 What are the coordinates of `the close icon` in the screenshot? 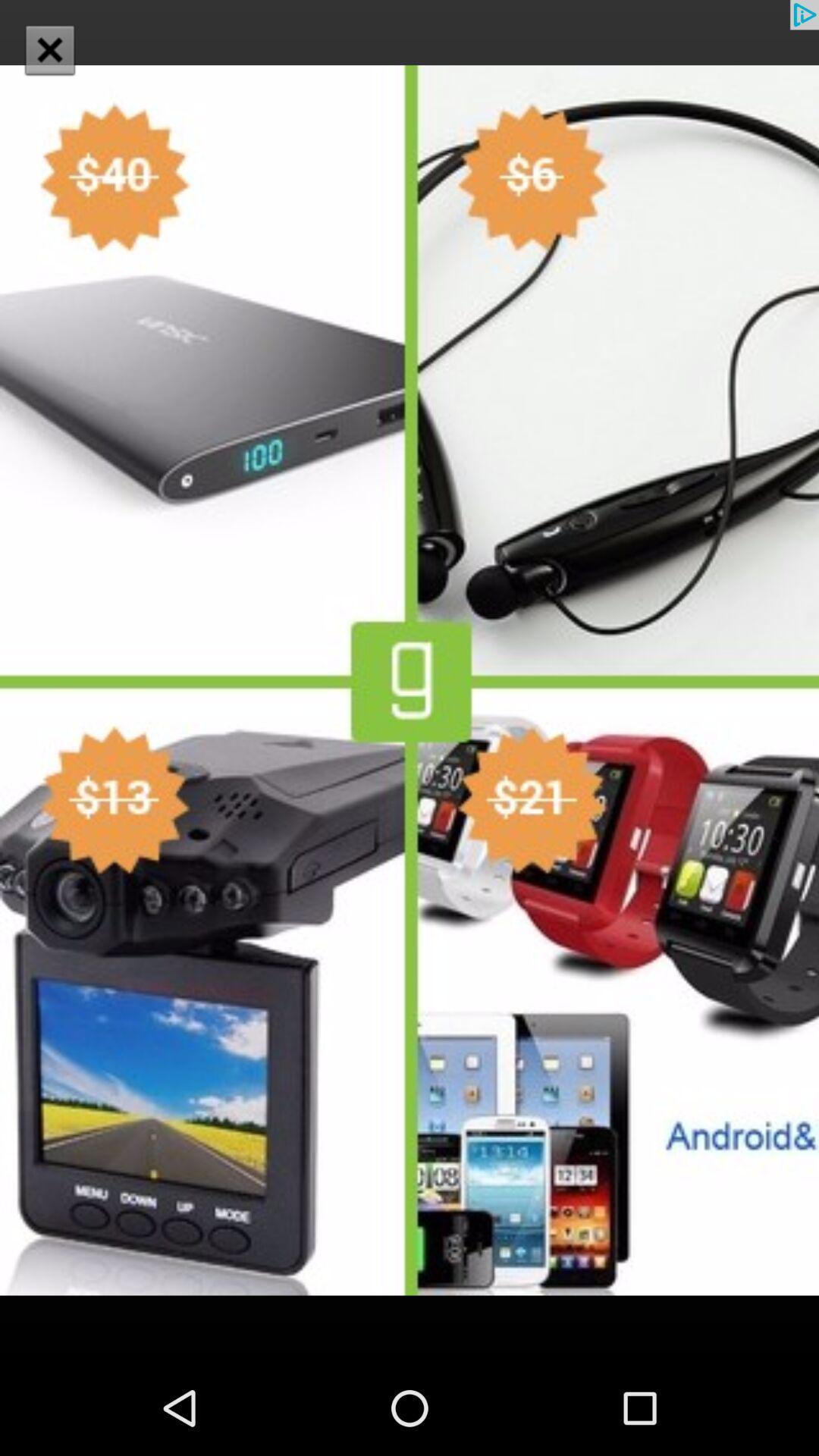 It's located at (49, 53).